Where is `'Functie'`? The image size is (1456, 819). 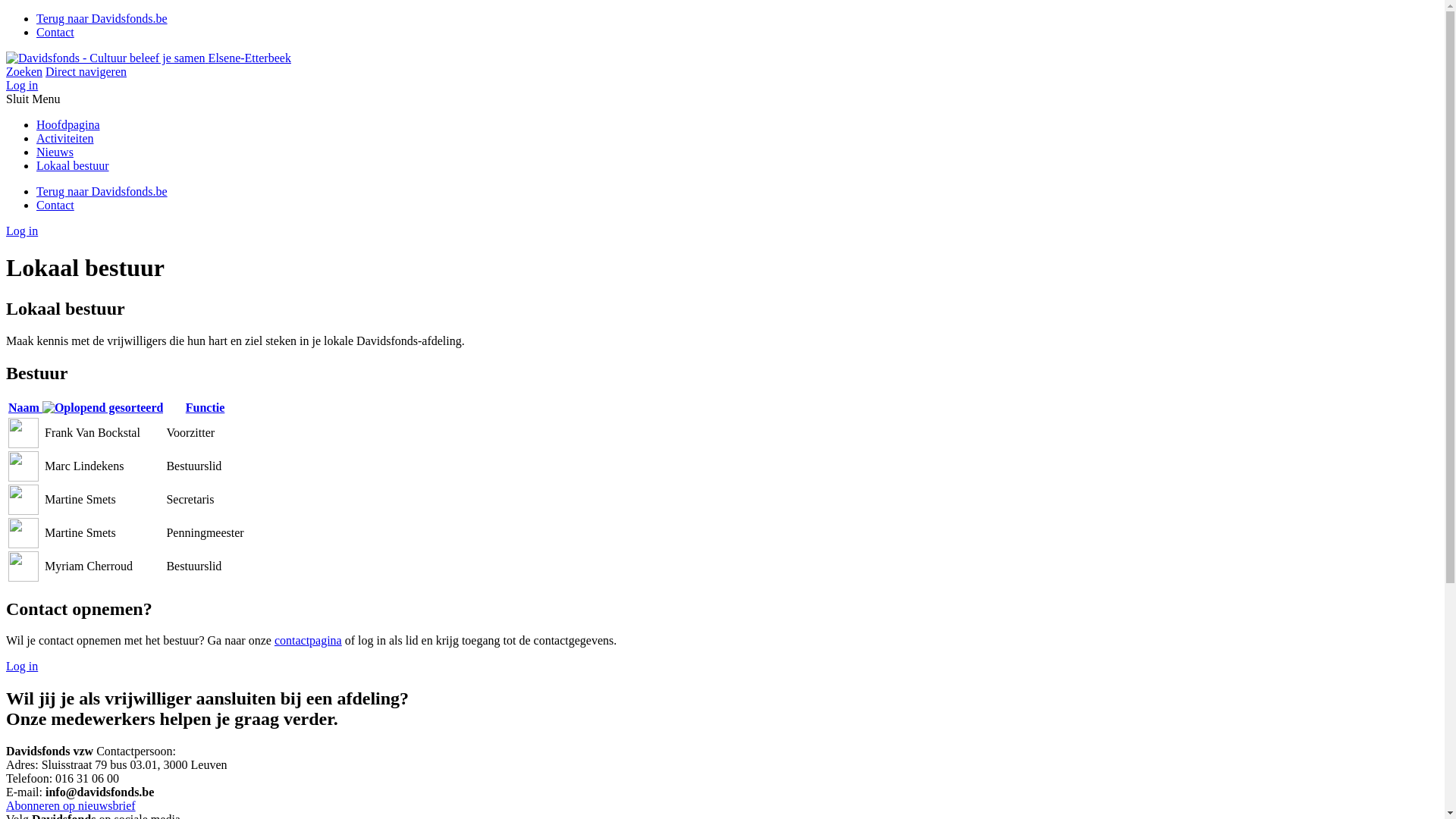 'Functie' is located at coordinates (204, 406).